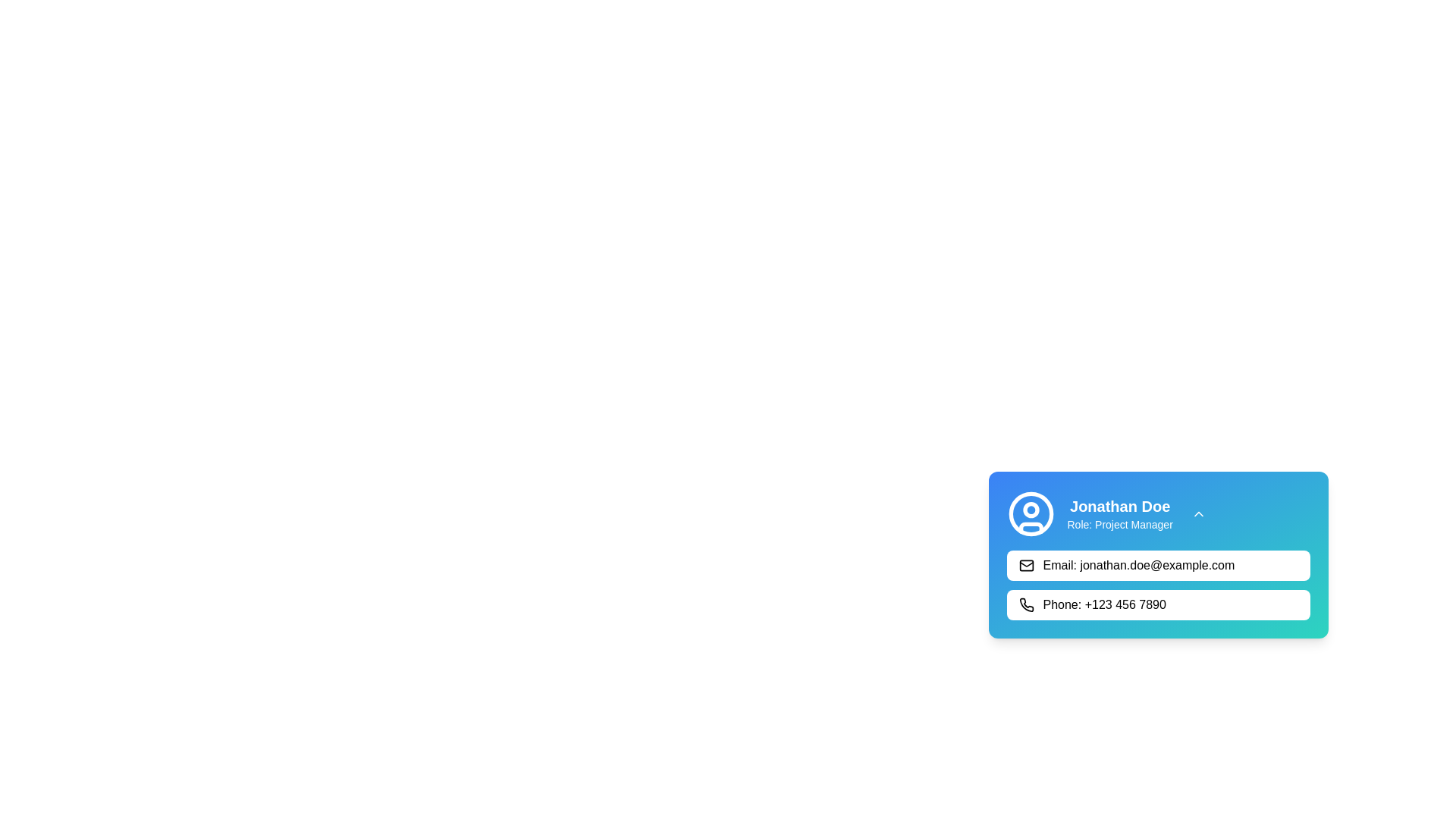 Image resolution: width=1456 pixels, height=819 pixels. Describe the element at coordinates (1120, 506) in the screenshot. I see `the text displaying the user's name 'Jonathan Doe' located at the top of the rectangular card interface` at that location.